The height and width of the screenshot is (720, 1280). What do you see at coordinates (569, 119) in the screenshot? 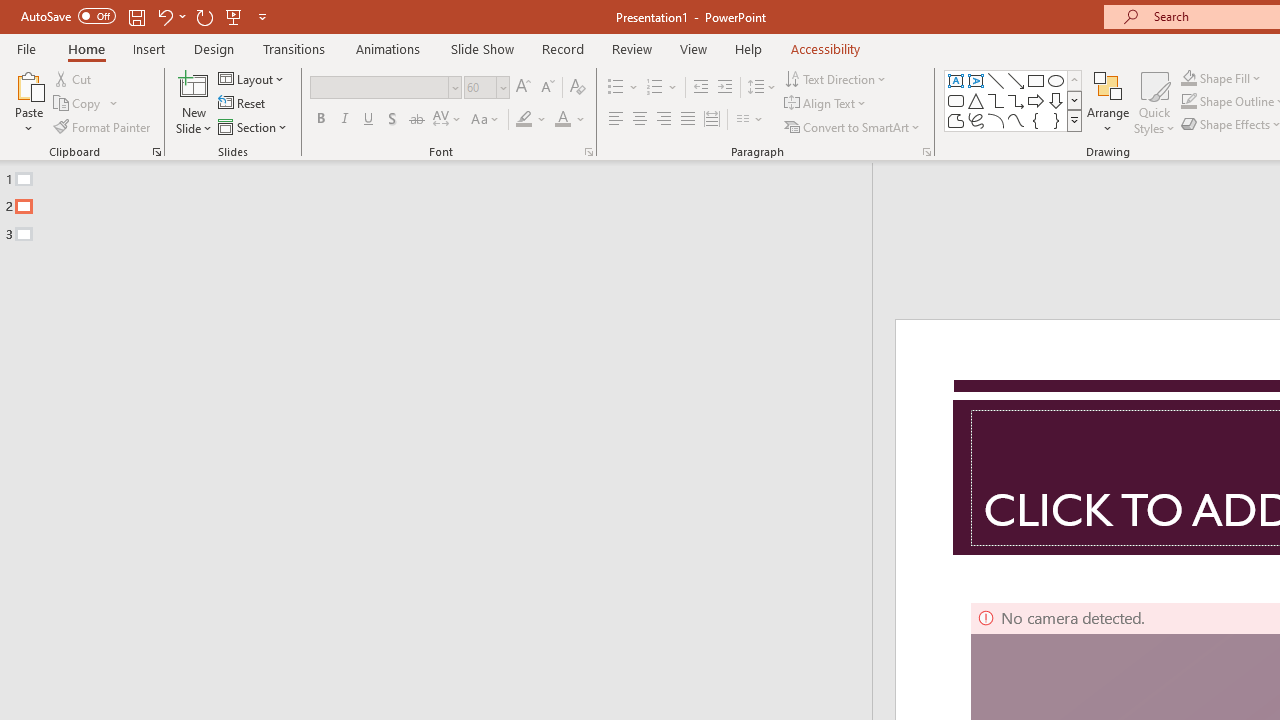
I see `'Font Color'` at bounding box center [569, 119].